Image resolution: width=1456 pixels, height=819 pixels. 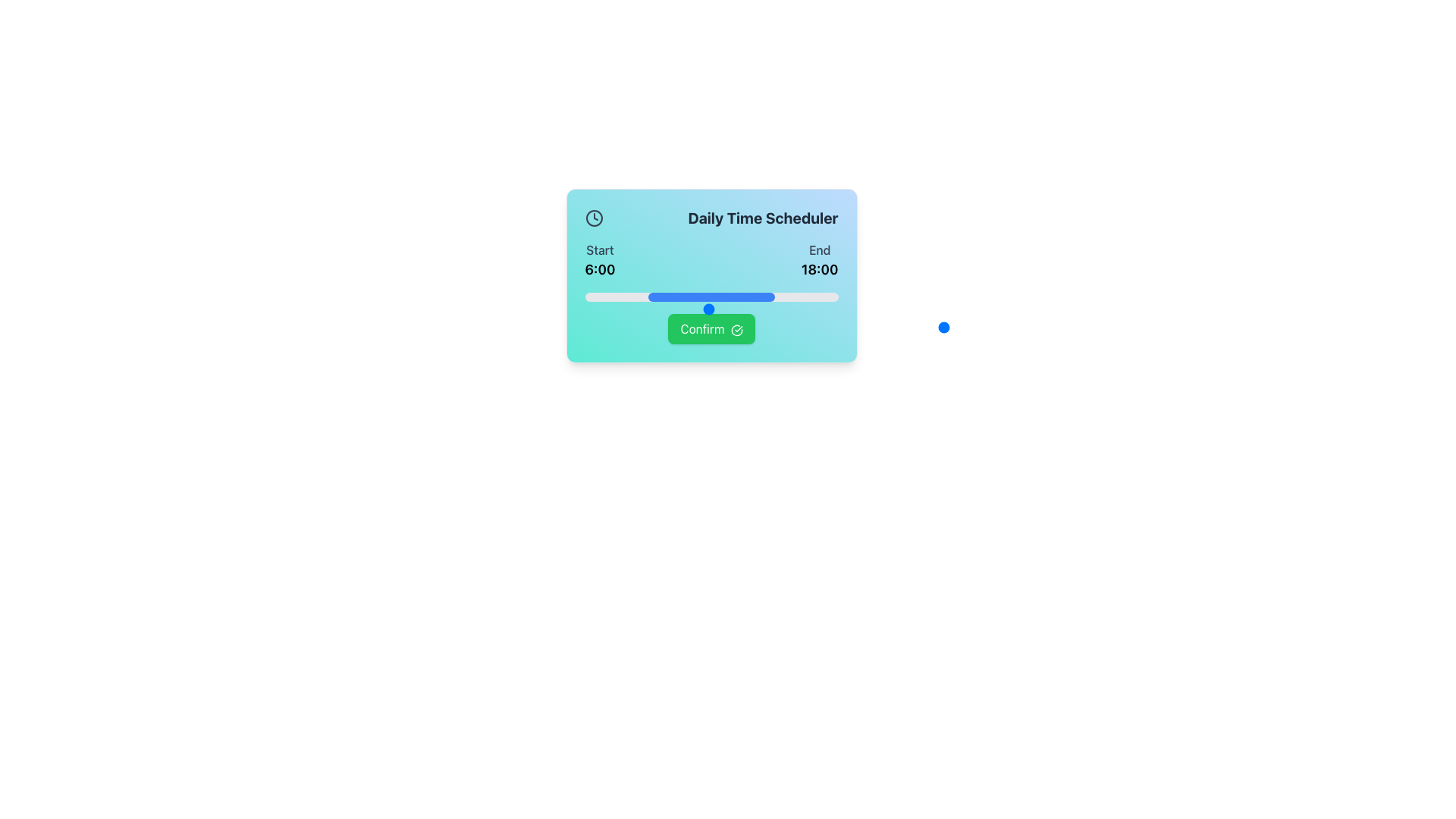 I want to click on the slider, so click(x=802, y=297).